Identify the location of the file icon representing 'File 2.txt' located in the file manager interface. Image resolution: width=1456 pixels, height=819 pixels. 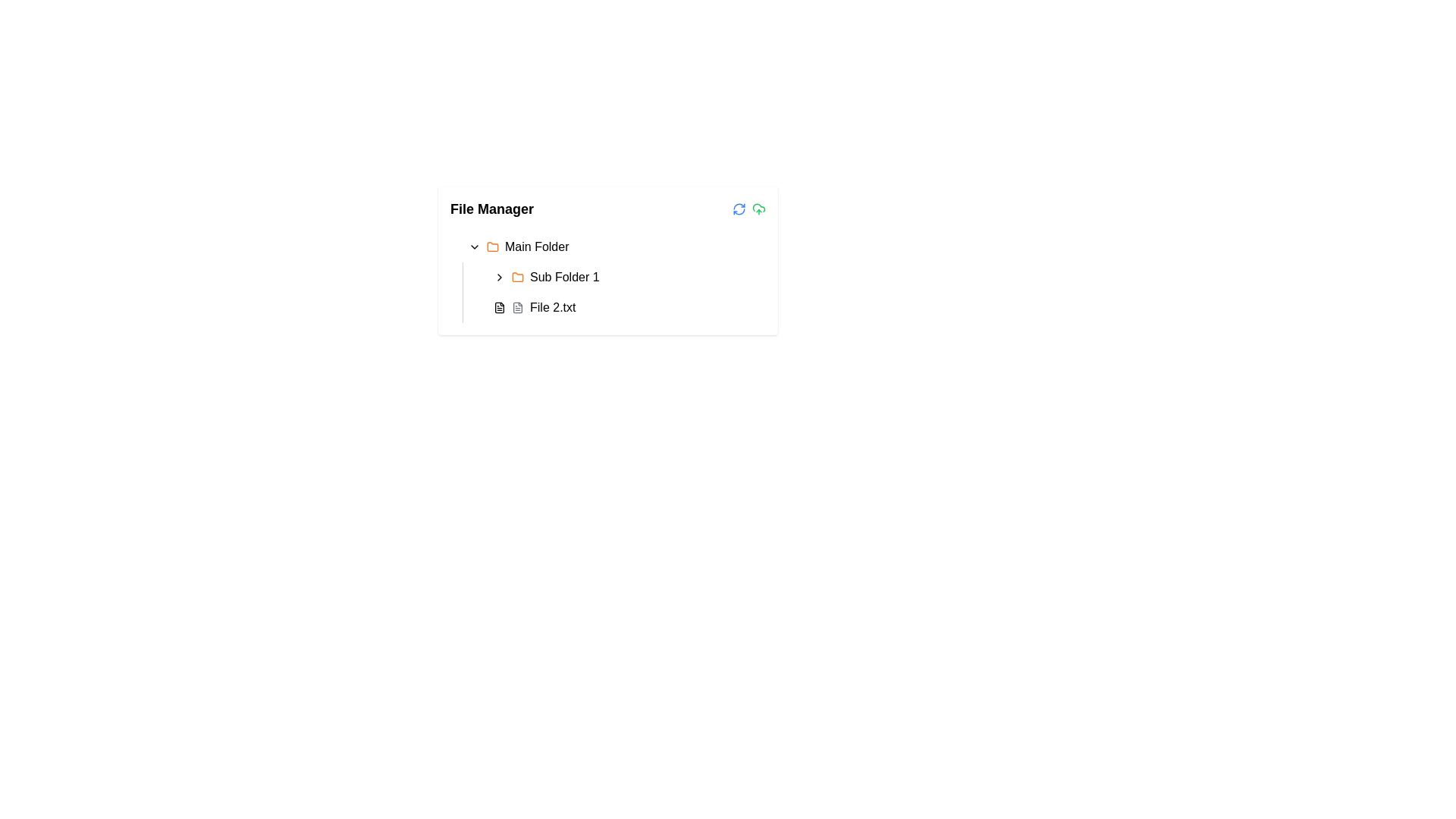
(499, 307).